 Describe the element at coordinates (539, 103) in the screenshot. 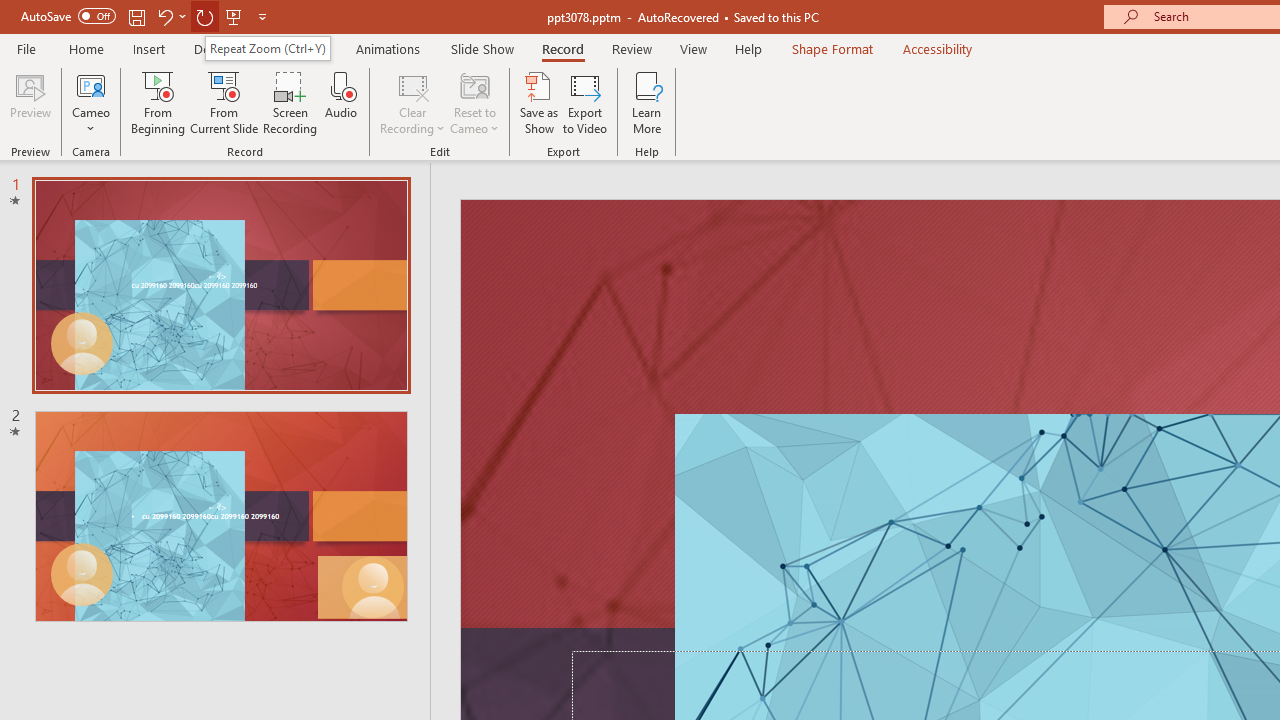

I see `'Save as Show'` at that location.